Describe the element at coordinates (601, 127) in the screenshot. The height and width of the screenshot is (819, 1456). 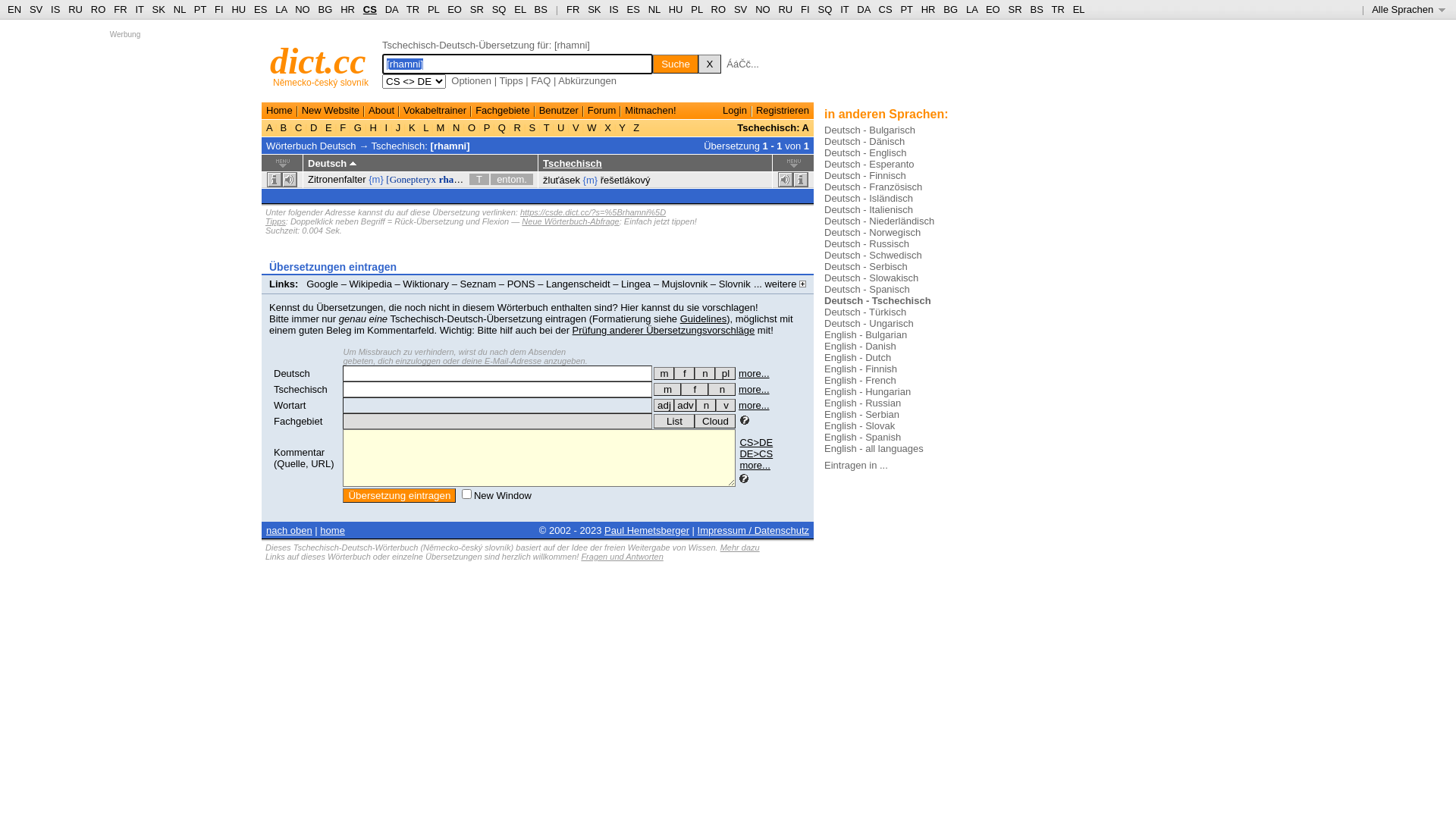
I see `'X'` at that location.